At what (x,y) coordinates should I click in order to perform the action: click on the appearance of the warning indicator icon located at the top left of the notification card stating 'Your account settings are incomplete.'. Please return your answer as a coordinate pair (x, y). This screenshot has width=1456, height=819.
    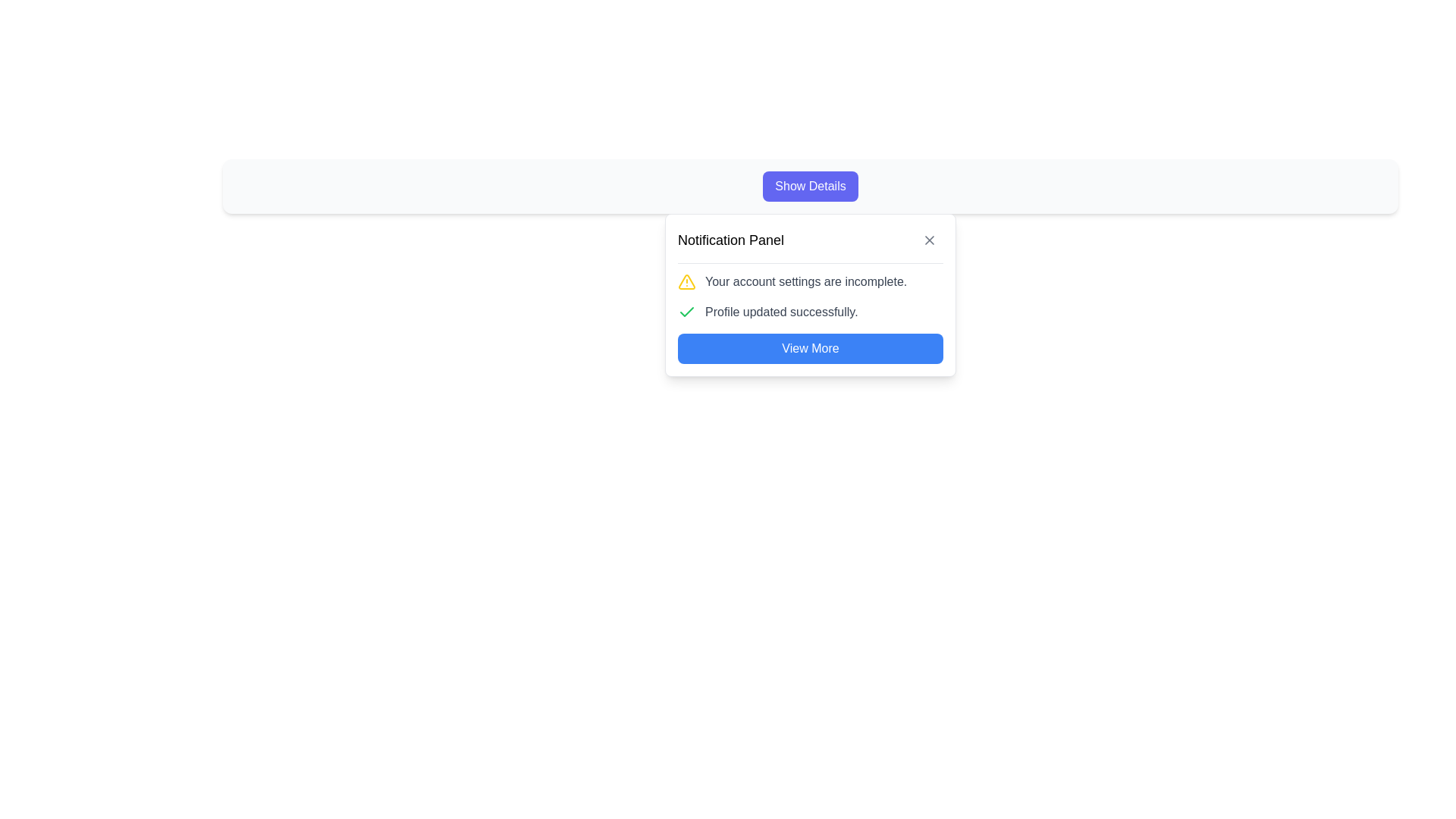
    Looking at the image, I should click on (686, 281).